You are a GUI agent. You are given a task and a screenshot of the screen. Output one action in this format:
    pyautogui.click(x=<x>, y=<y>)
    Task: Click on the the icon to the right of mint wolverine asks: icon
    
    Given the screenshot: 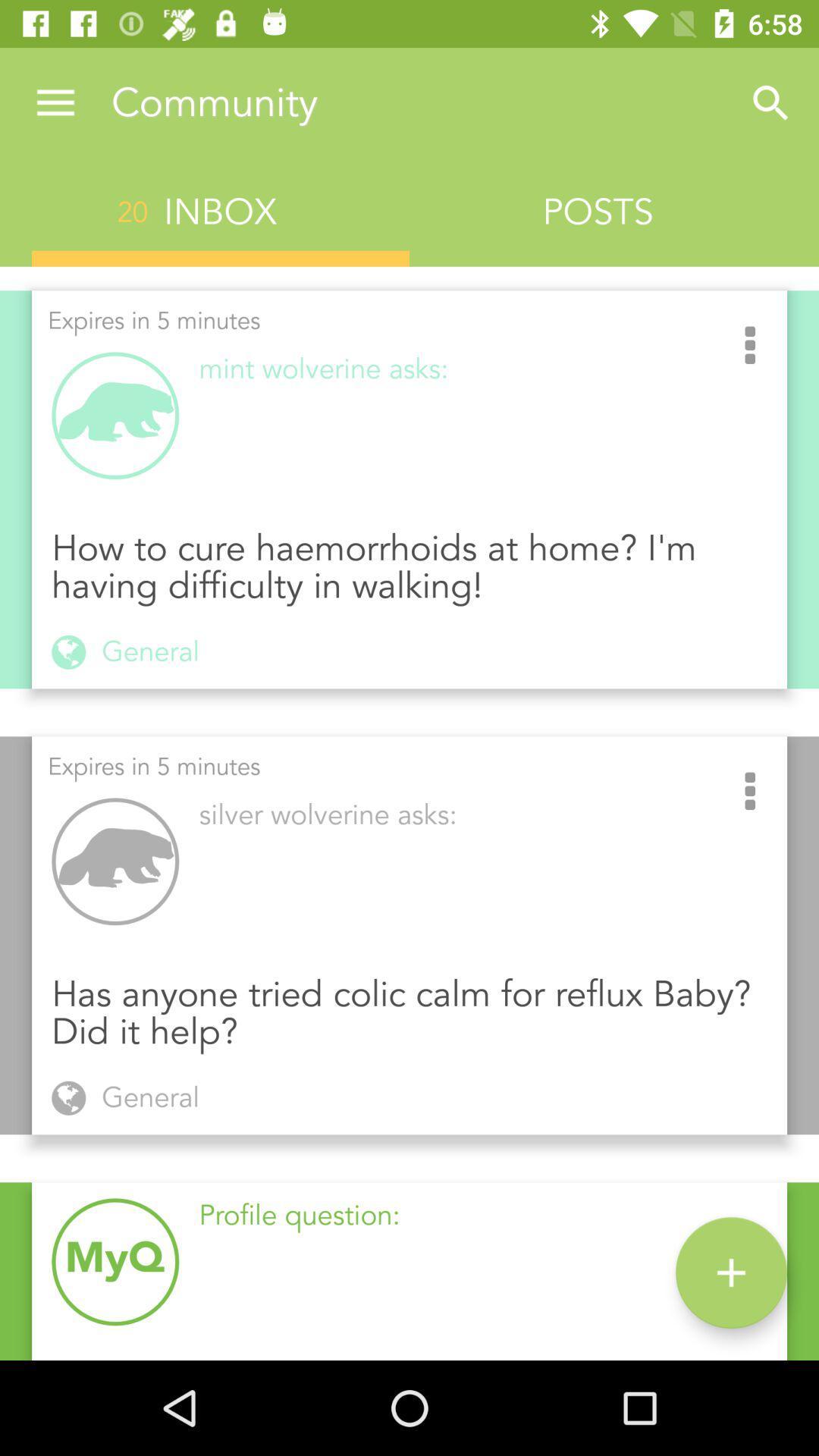 What is the action you would take?
    pyautogui.click(x=749, y=346)
    